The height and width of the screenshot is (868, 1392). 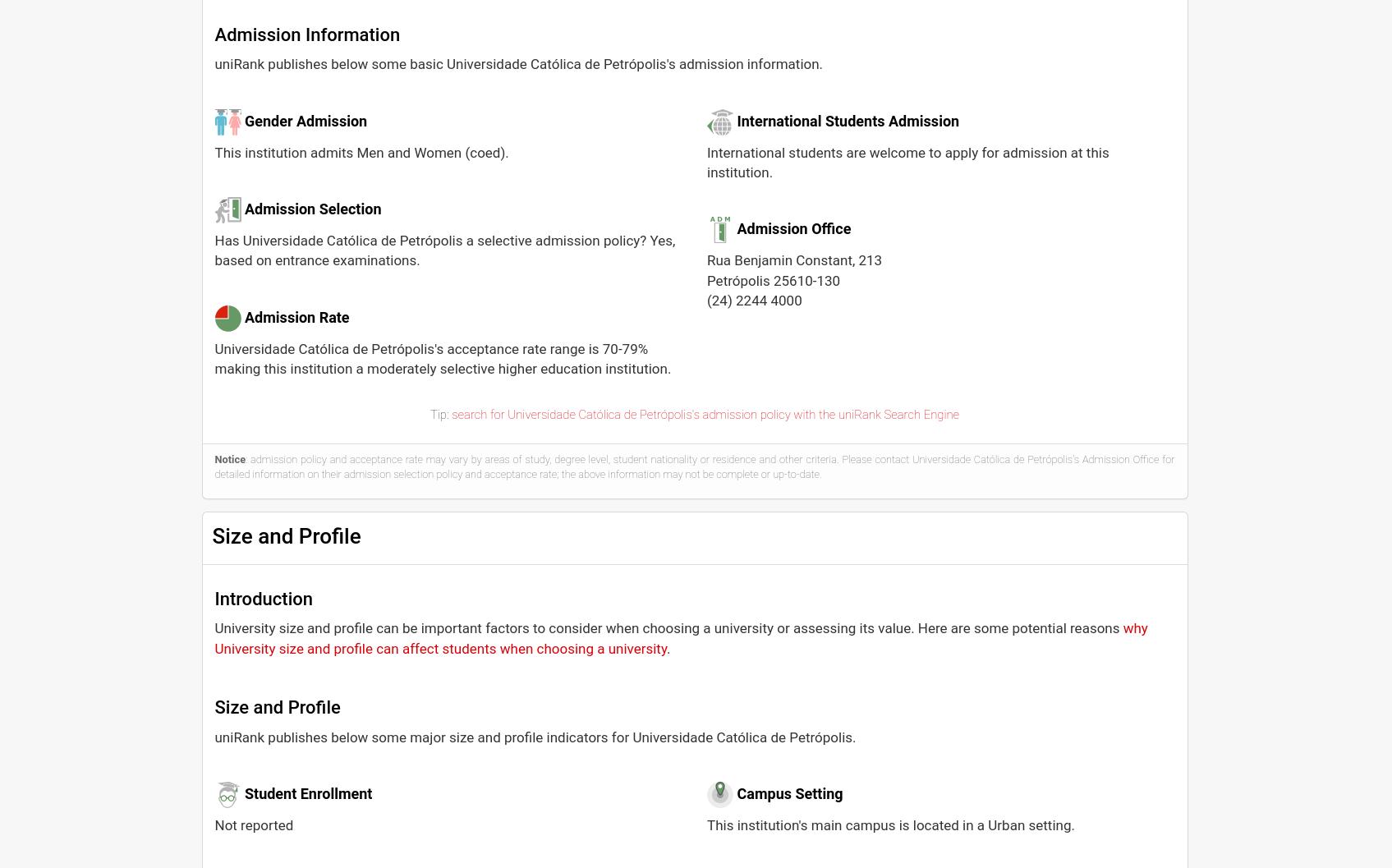 What do you see at coordinates (667, 648) in the screenshot?
I see `'.'` at bounding box center [667, 648].